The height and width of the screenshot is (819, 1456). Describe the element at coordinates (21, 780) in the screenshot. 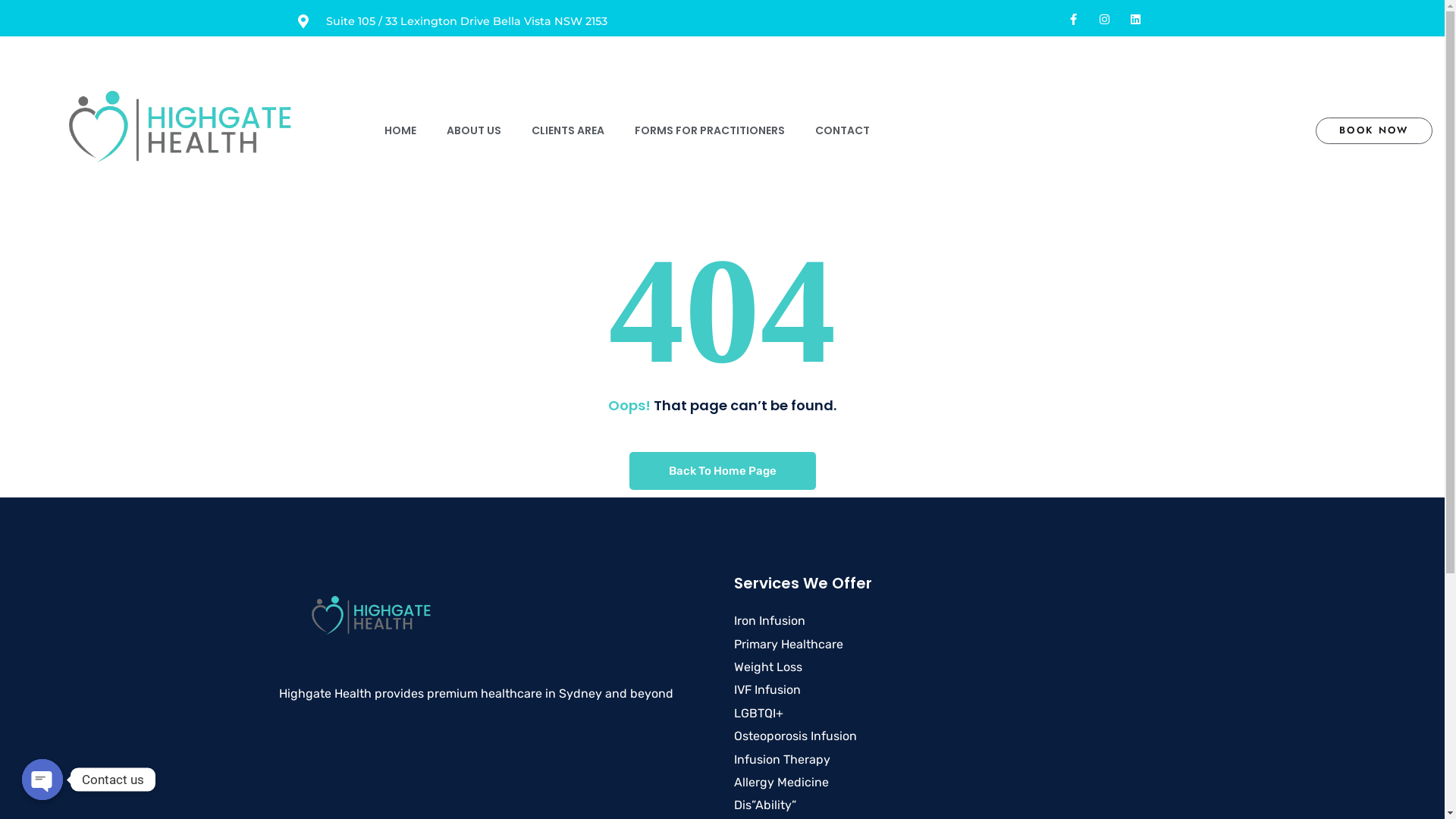

I see `'Open chaty'` at that location.